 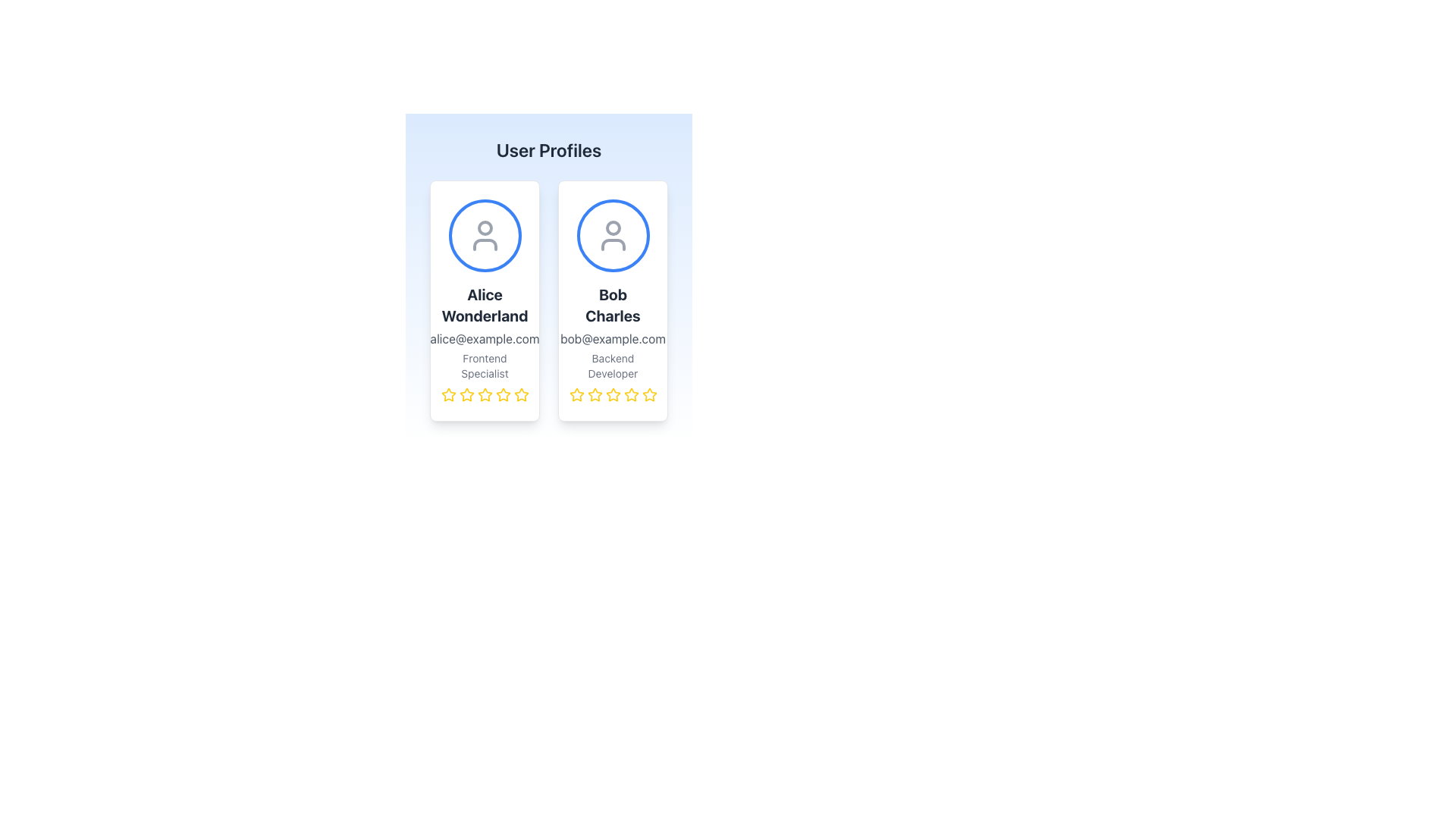 What do you see at coordinates (594, 394) in the screenshot?
I see `the third star in the rating widget for Bob Charles' profile card` at bounding box center [594, 394].